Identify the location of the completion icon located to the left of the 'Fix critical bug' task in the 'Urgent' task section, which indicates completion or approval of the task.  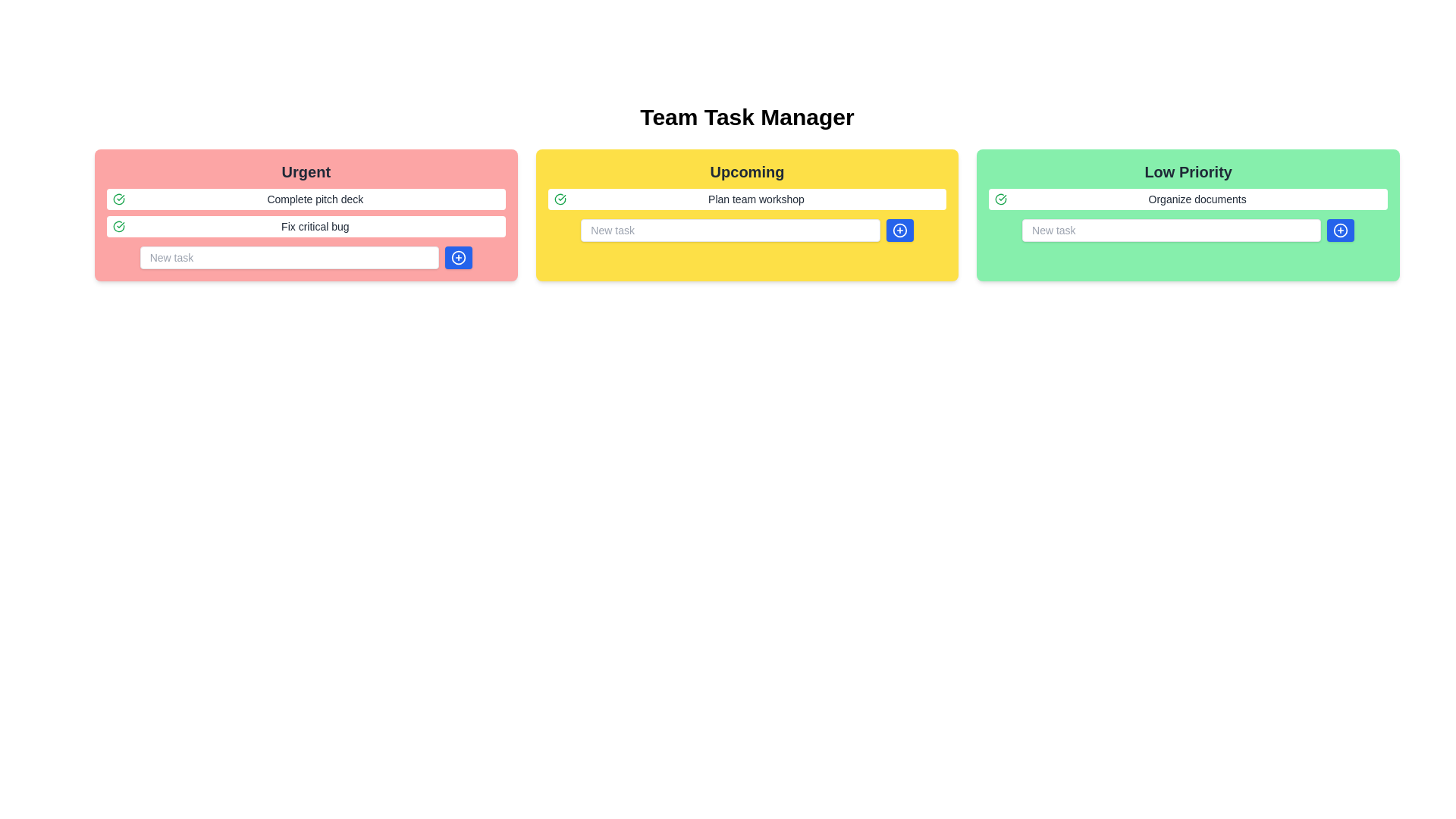
(118, 198).